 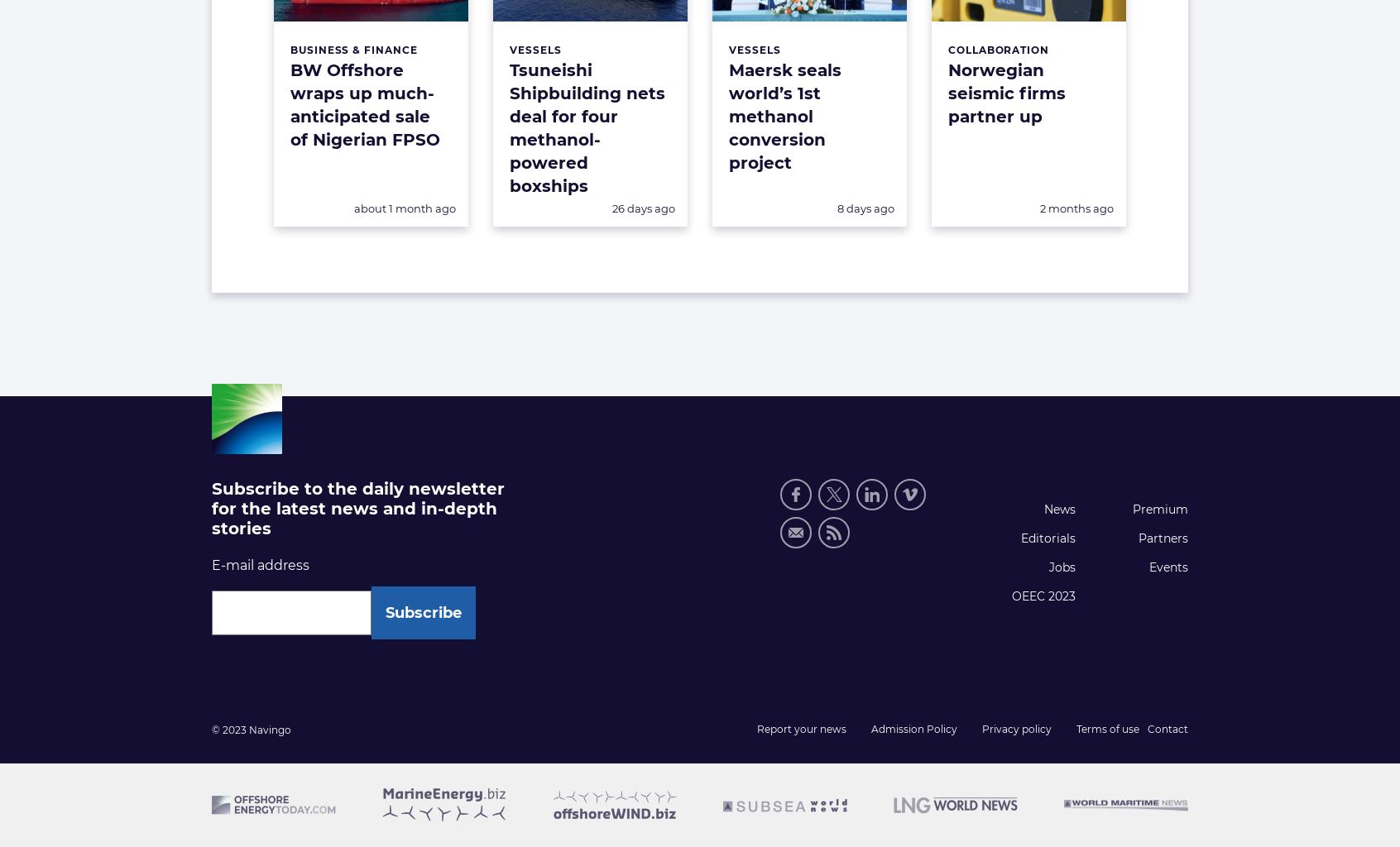 I want to click on 'Norwegian seismic firms partner up', so click(x=1007, y=93).